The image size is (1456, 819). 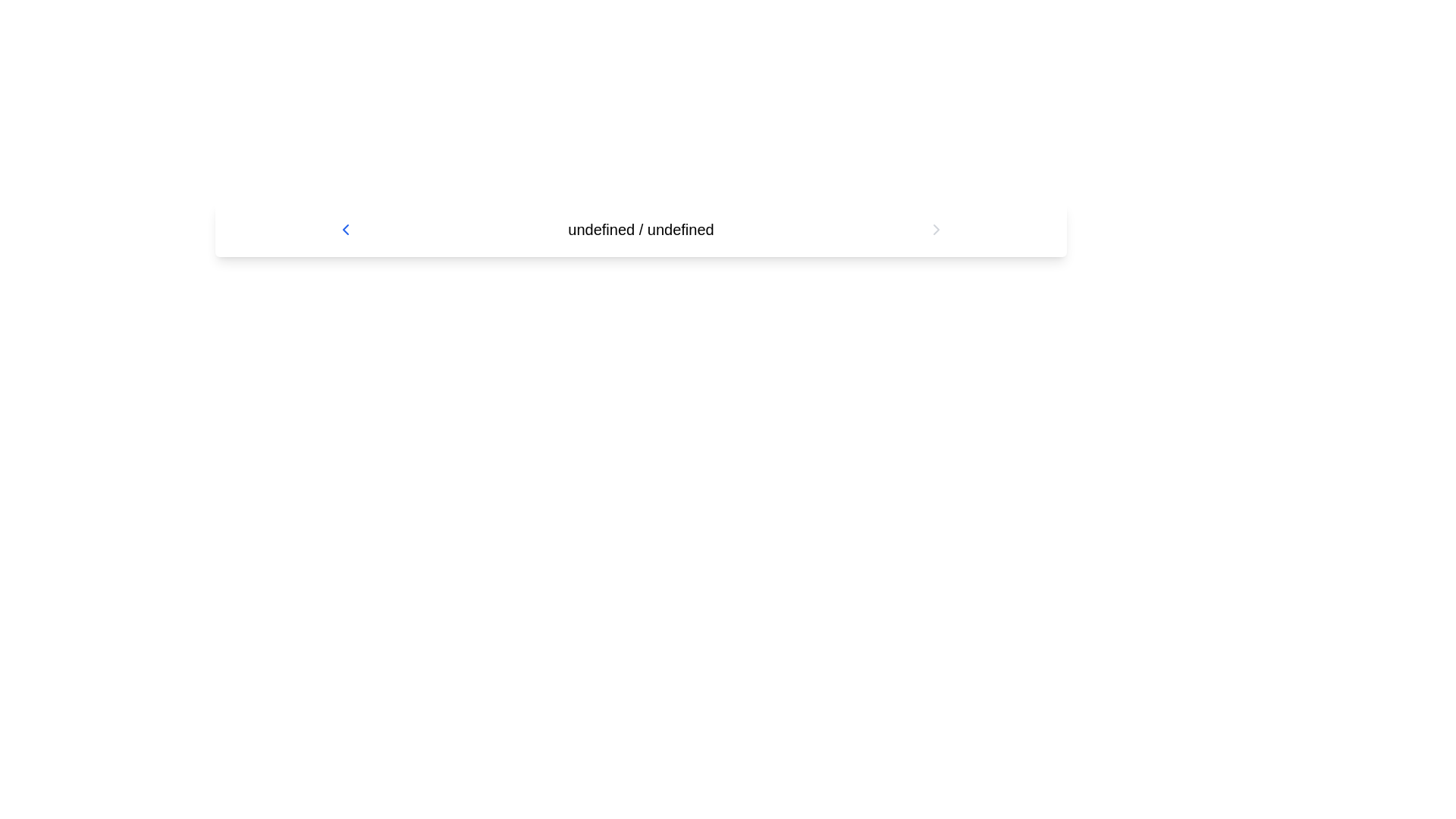 I want to click on the left-pointing blue arrow button located at the left end of the pagination bar, so click(x=345, y=230).